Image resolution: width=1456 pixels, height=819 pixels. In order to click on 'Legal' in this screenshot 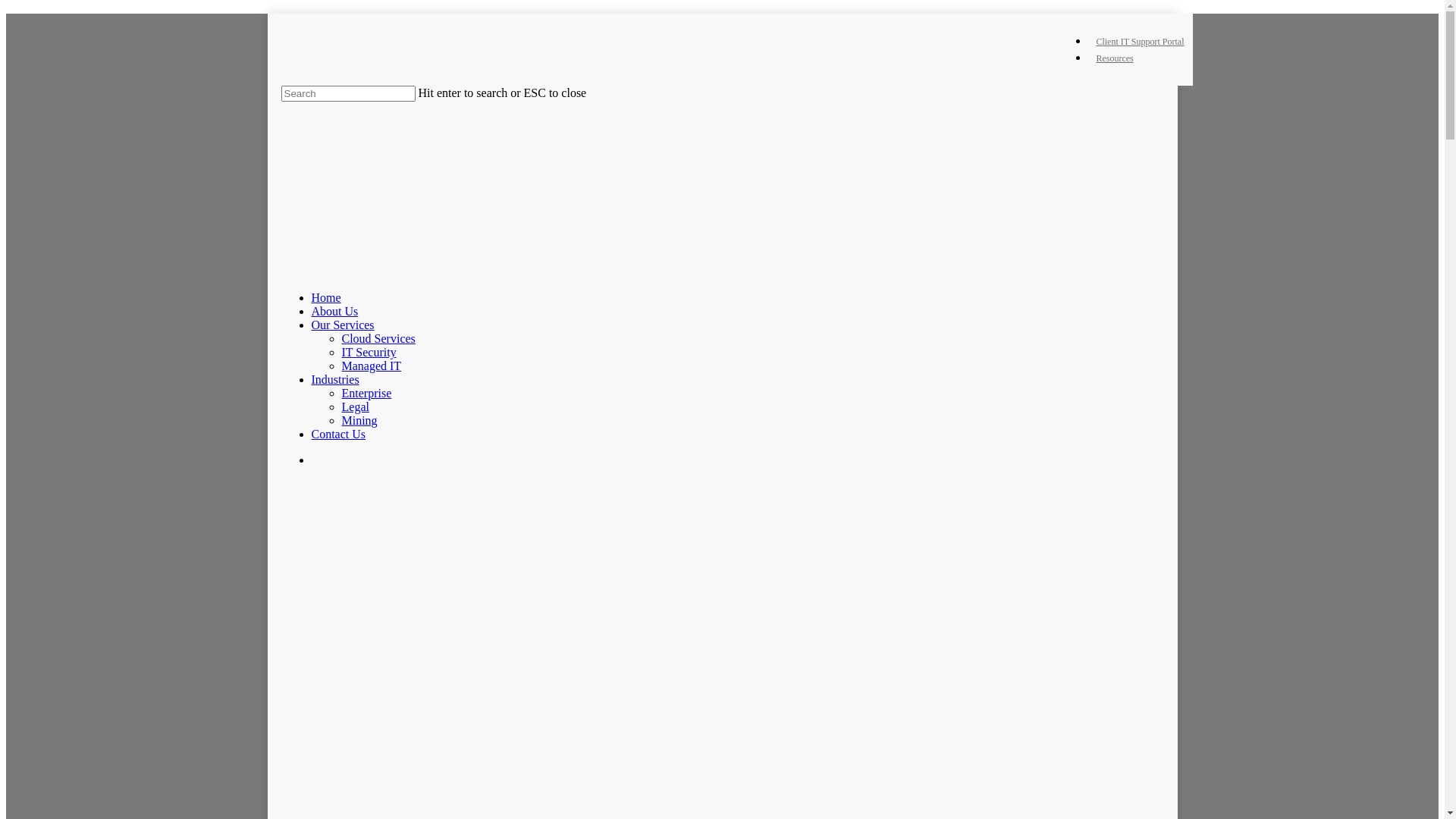, I will do `click(353, 406)`.